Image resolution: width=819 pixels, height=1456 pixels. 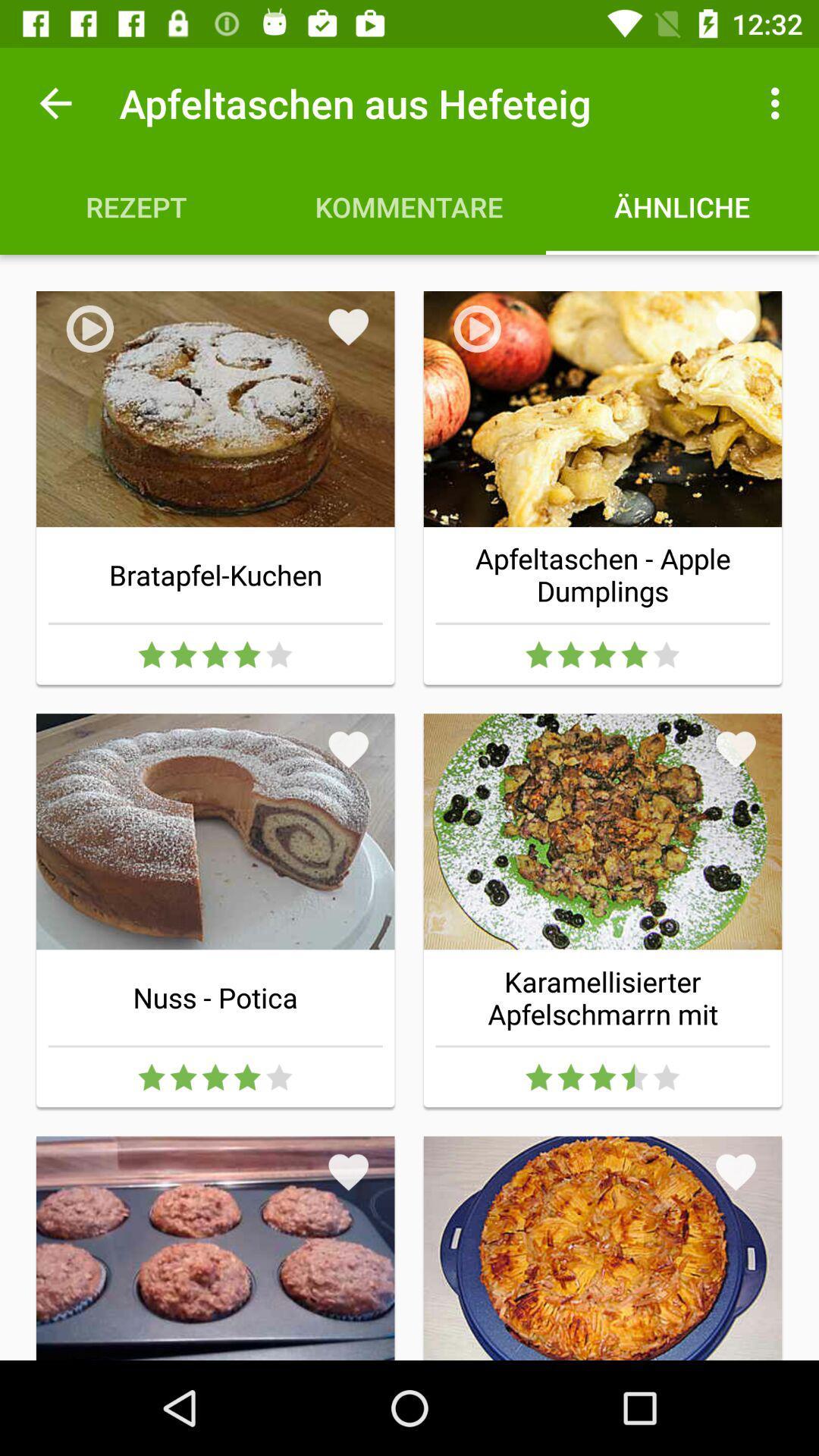 What do you see at coordinates (55, 102) in the screenshot?
I see `the icon above rezept item` at bounding box center [55, 102].